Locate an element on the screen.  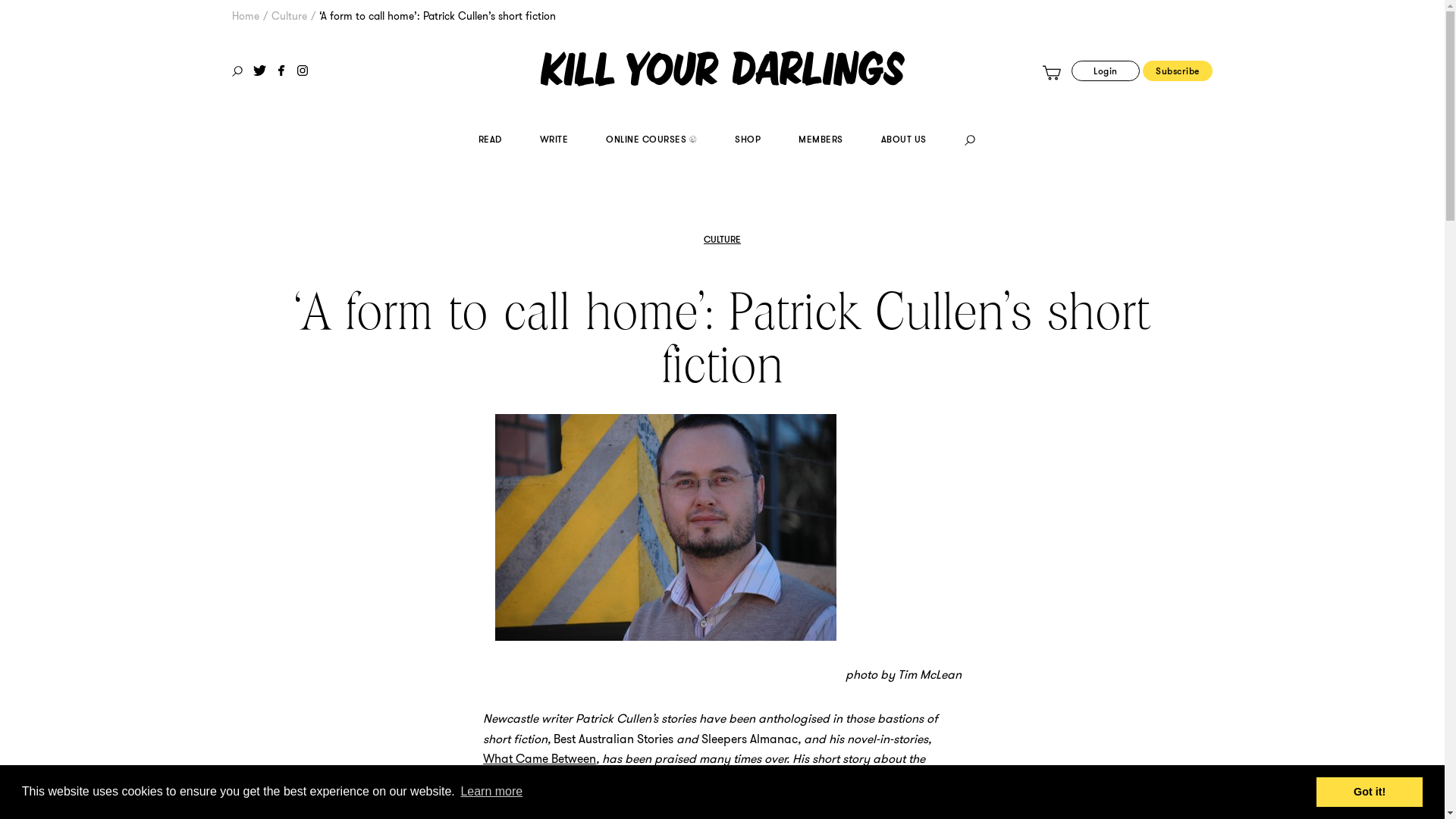
'MEMBERS' is located at coordinates (820, 141).